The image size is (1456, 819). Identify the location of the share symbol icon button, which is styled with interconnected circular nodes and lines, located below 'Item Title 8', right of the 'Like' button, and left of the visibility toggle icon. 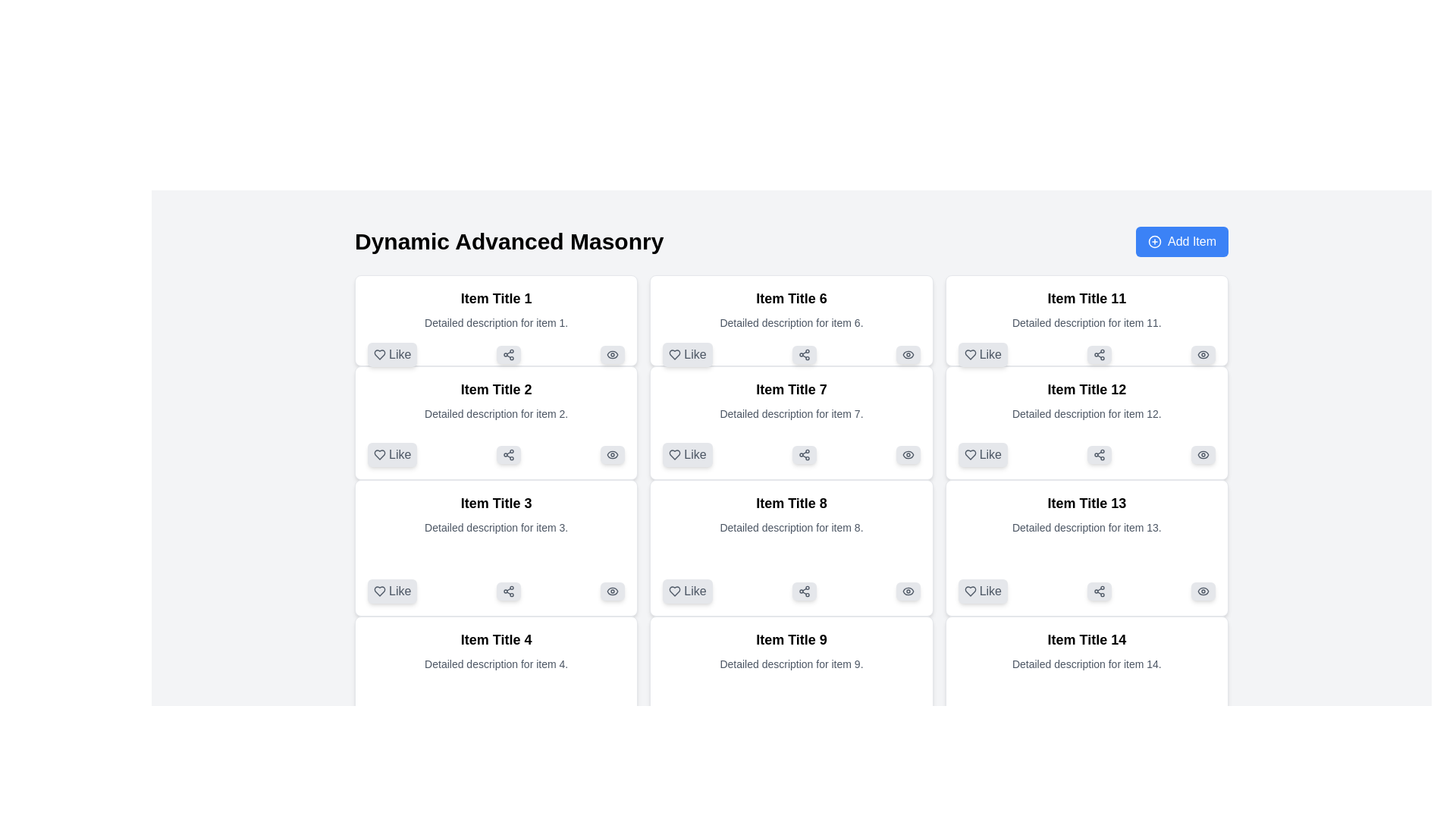
(803, 590).